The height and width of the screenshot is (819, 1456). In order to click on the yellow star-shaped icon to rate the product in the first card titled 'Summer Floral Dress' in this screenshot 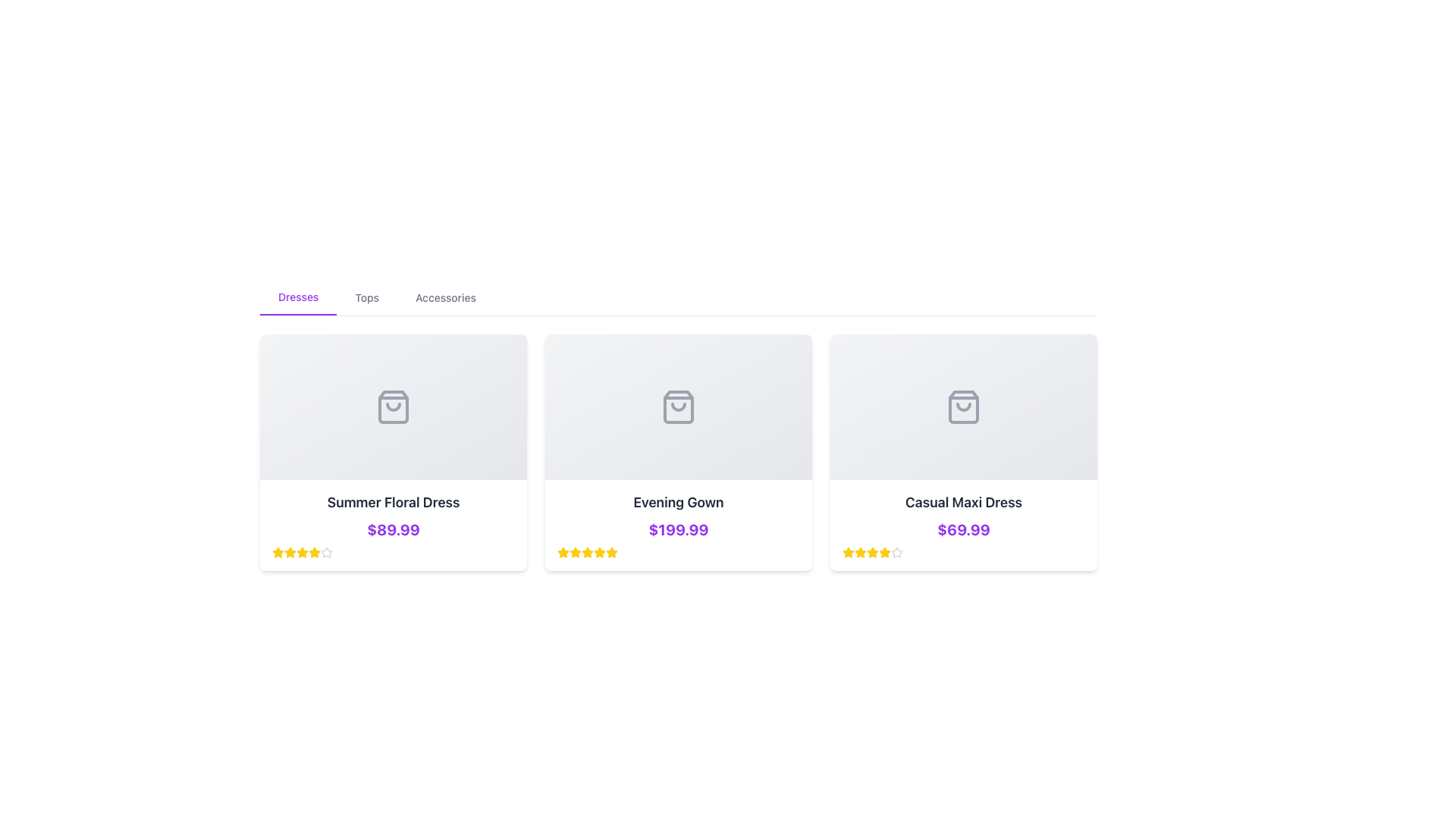, I will do `click(302, 552)`.